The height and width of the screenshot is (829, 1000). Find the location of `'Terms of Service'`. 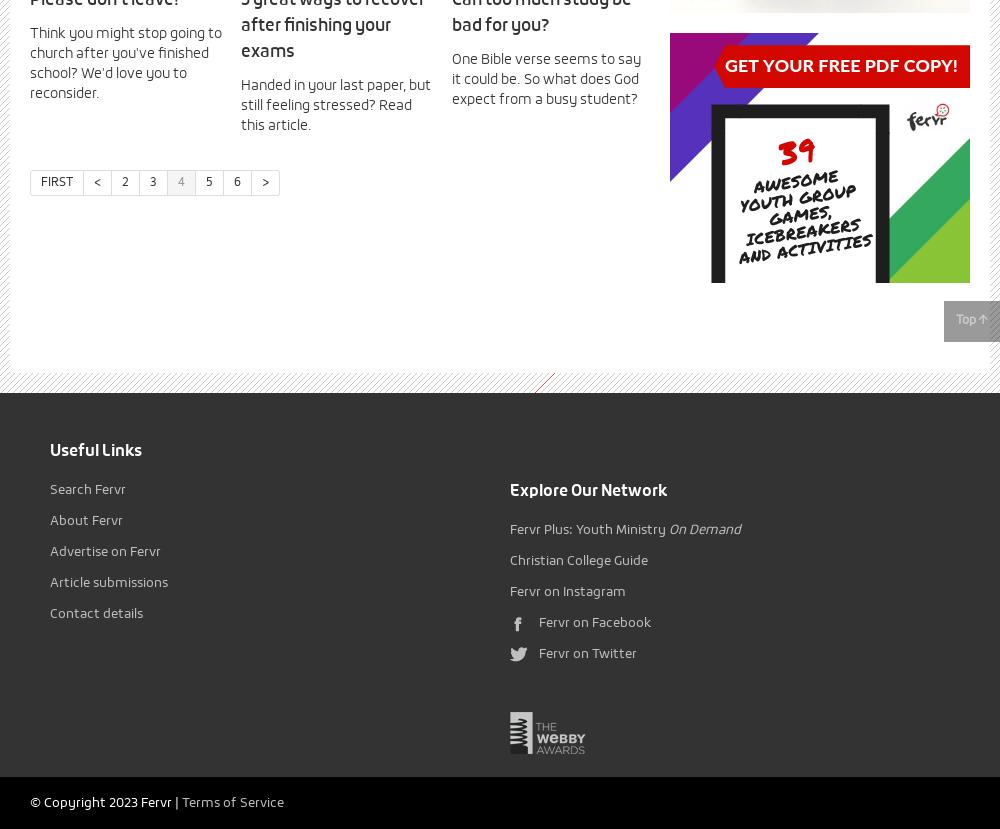

'Terms of Service' is located at coordinates (182, 802).